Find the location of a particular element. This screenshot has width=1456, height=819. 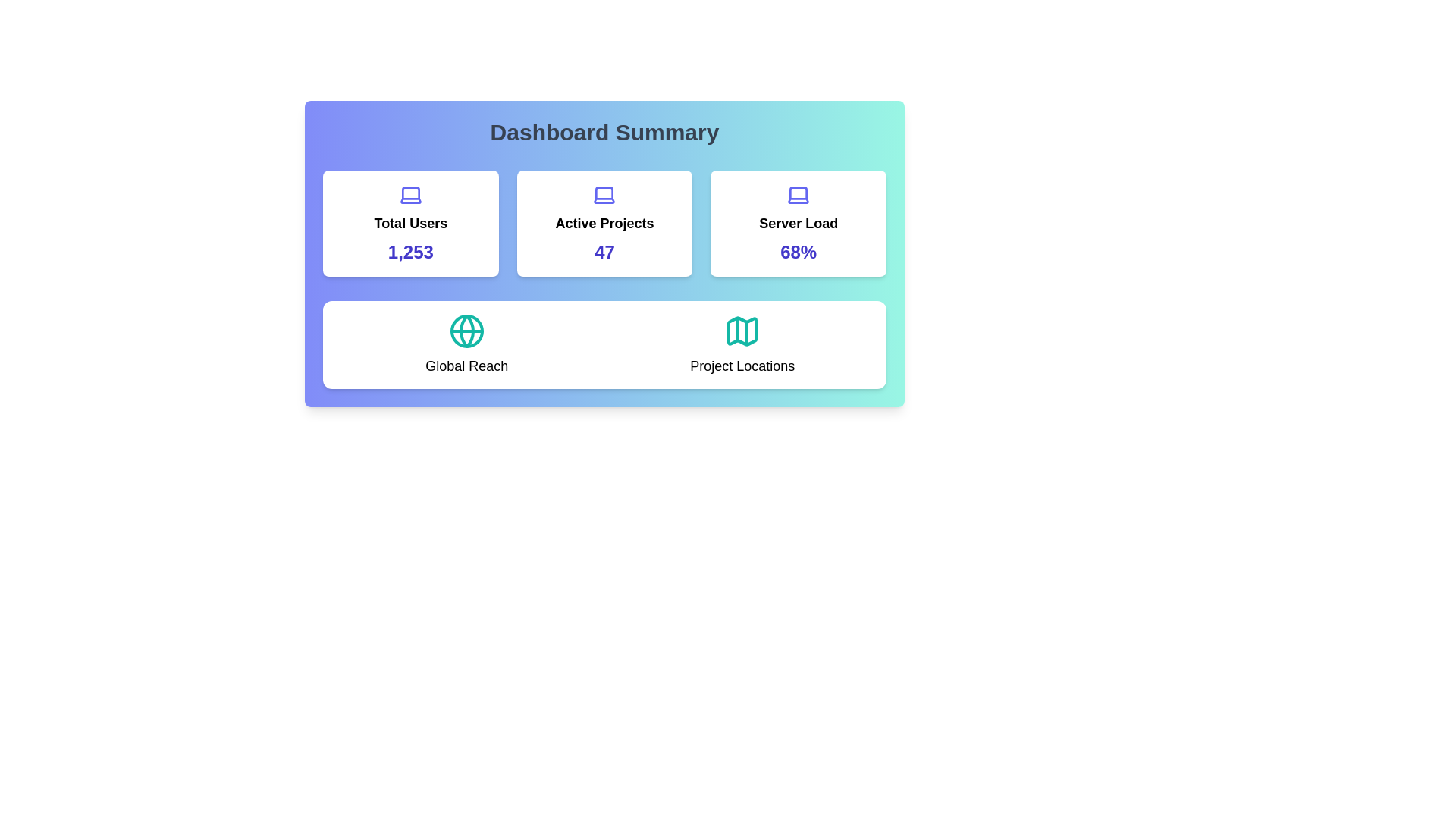

the 'Project Locations' text label, which is styled with a bold font and positioned below a map icon is located at coordinates (742, 366).